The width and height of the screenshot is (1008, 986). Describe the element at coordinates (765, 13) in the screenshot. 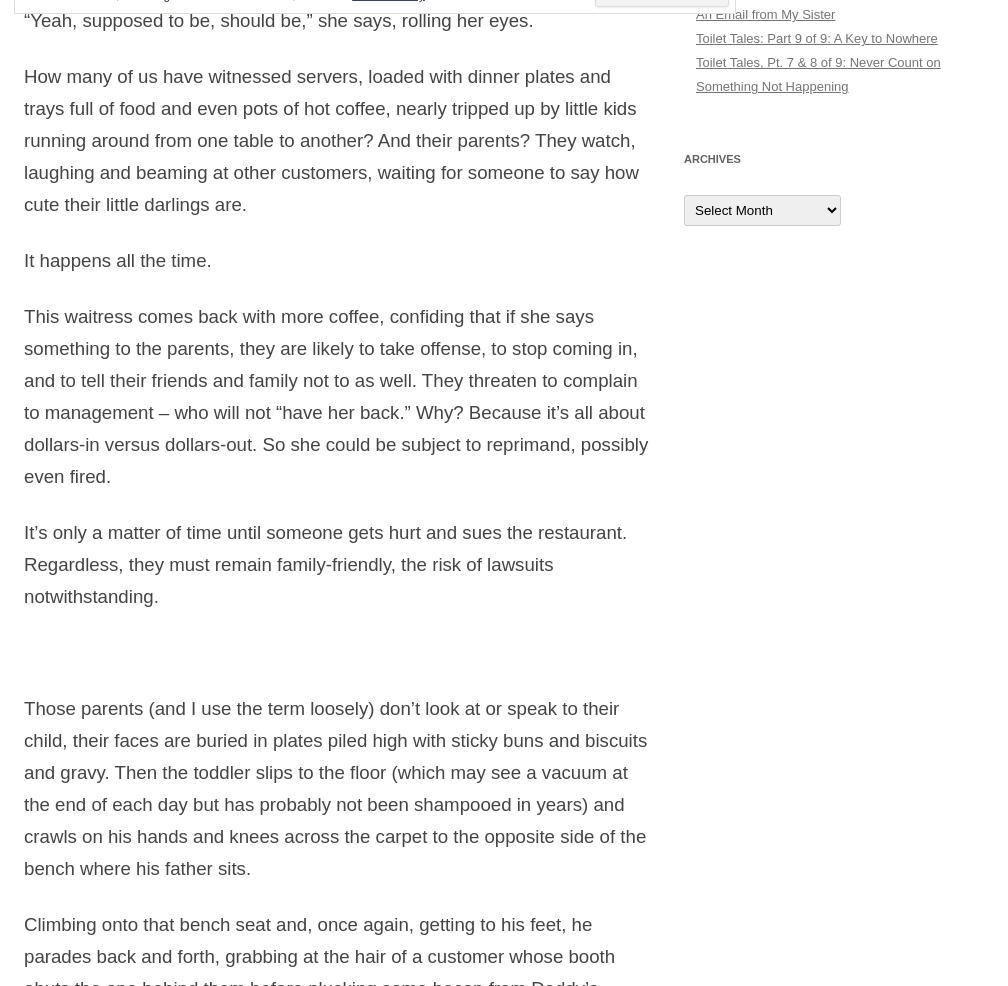

I see `'An Email from My Sister'` at that location.